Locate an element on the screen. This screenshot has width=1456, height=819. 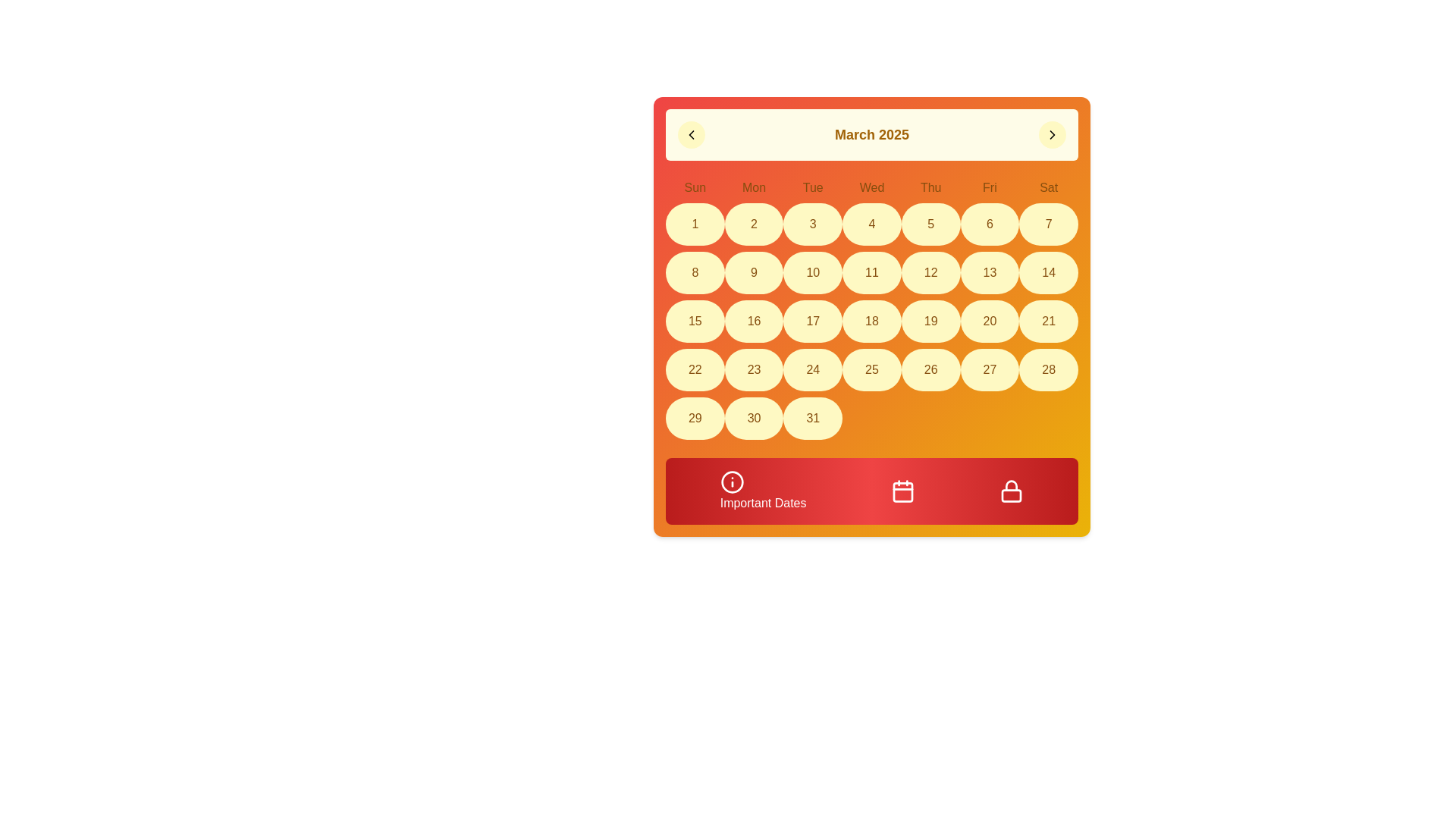
the text label displaying 'Sun' in yellow color, located at the top-left corner of the calendar grid header row is located at coordinates (694, 187).